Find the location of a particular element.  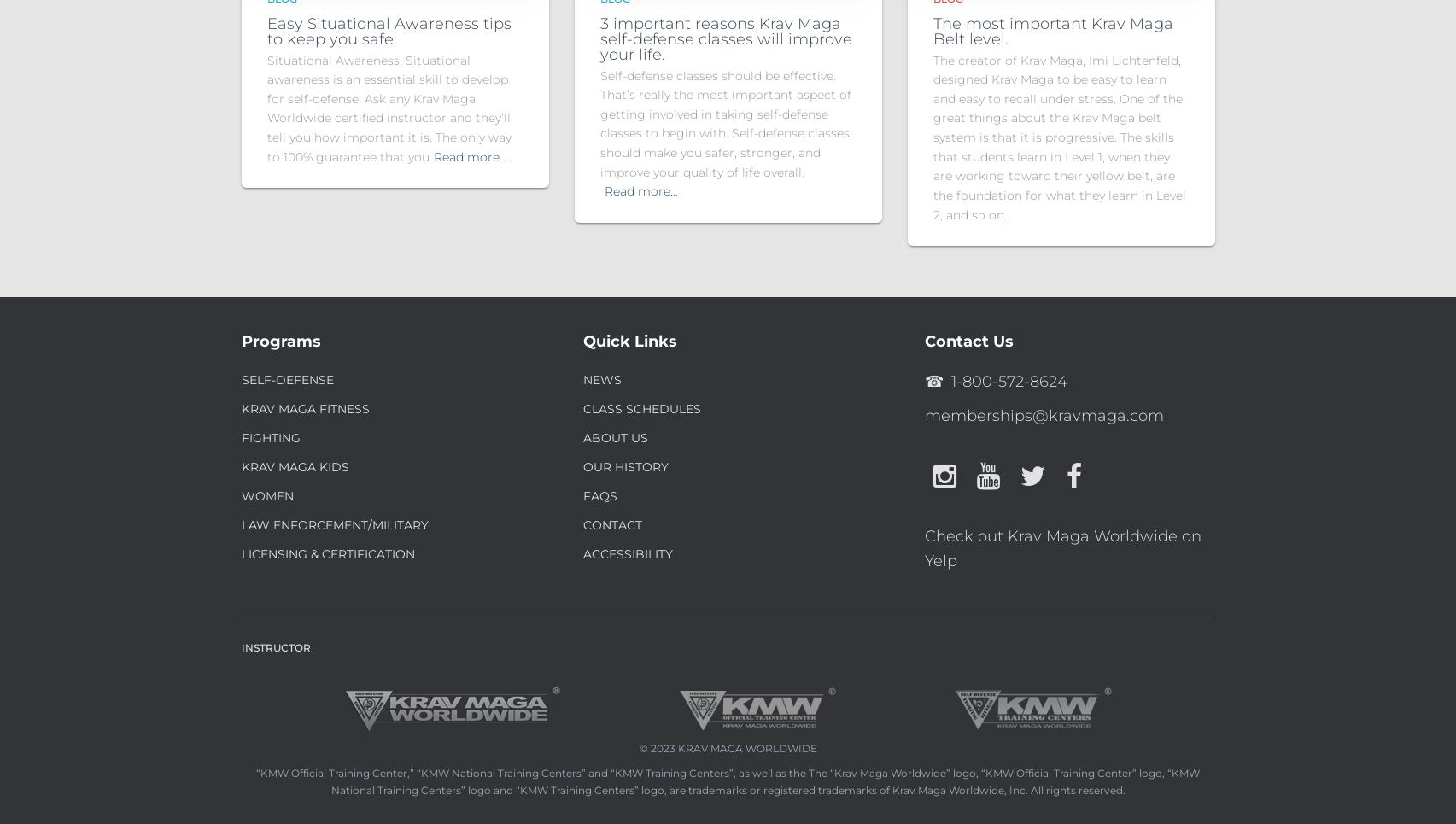

'Class Schedules' is located at coordinates (582, 408).